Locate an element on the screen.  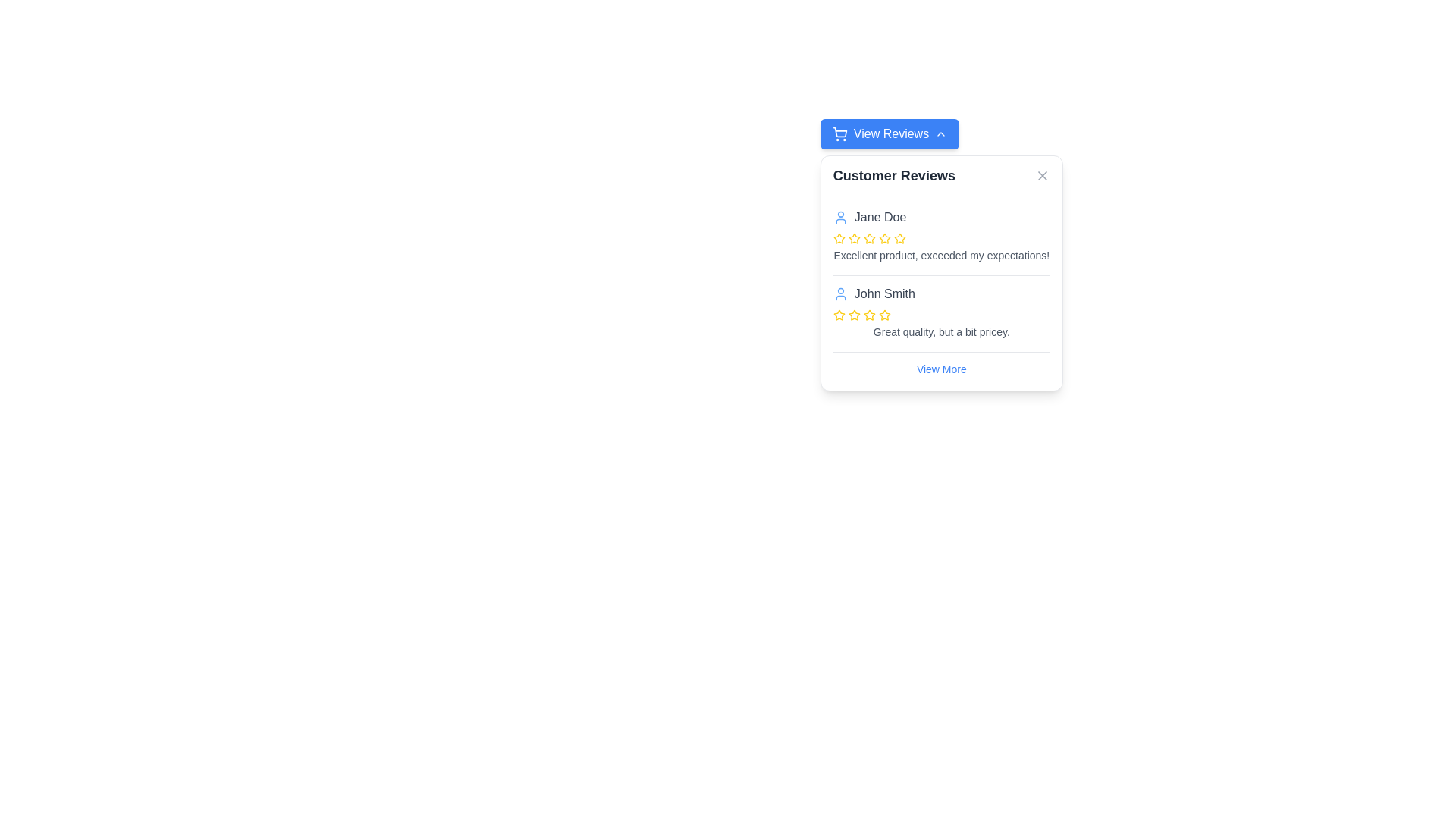
the shopping cart icon with a blue background and white outline, located within the 'View Reviews' button at the top-center of the interface is located at coordinates (839, 133).